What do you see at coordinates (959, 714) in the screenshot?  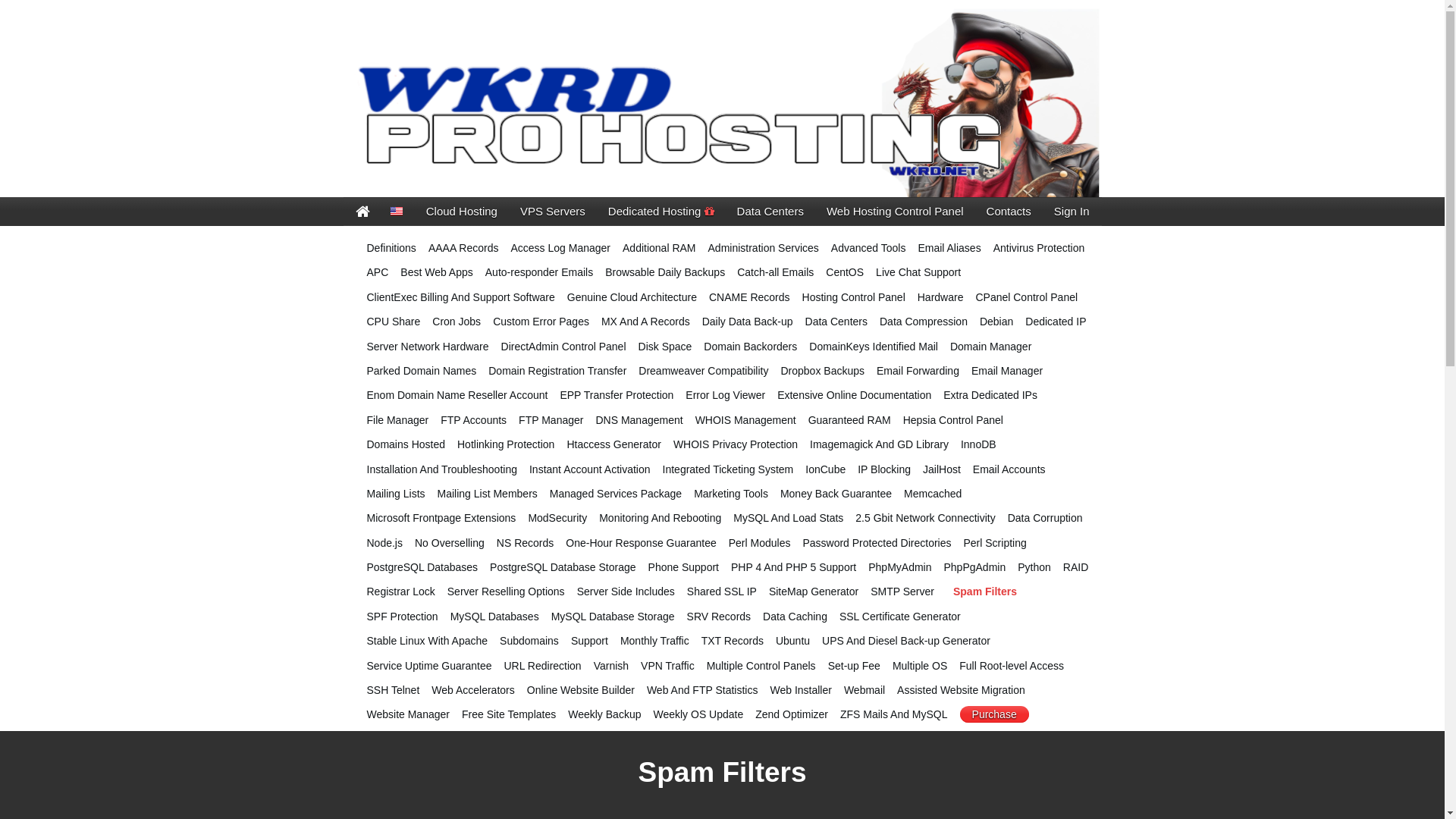 I see `'Purchase'` at bounding box center [959, 714].